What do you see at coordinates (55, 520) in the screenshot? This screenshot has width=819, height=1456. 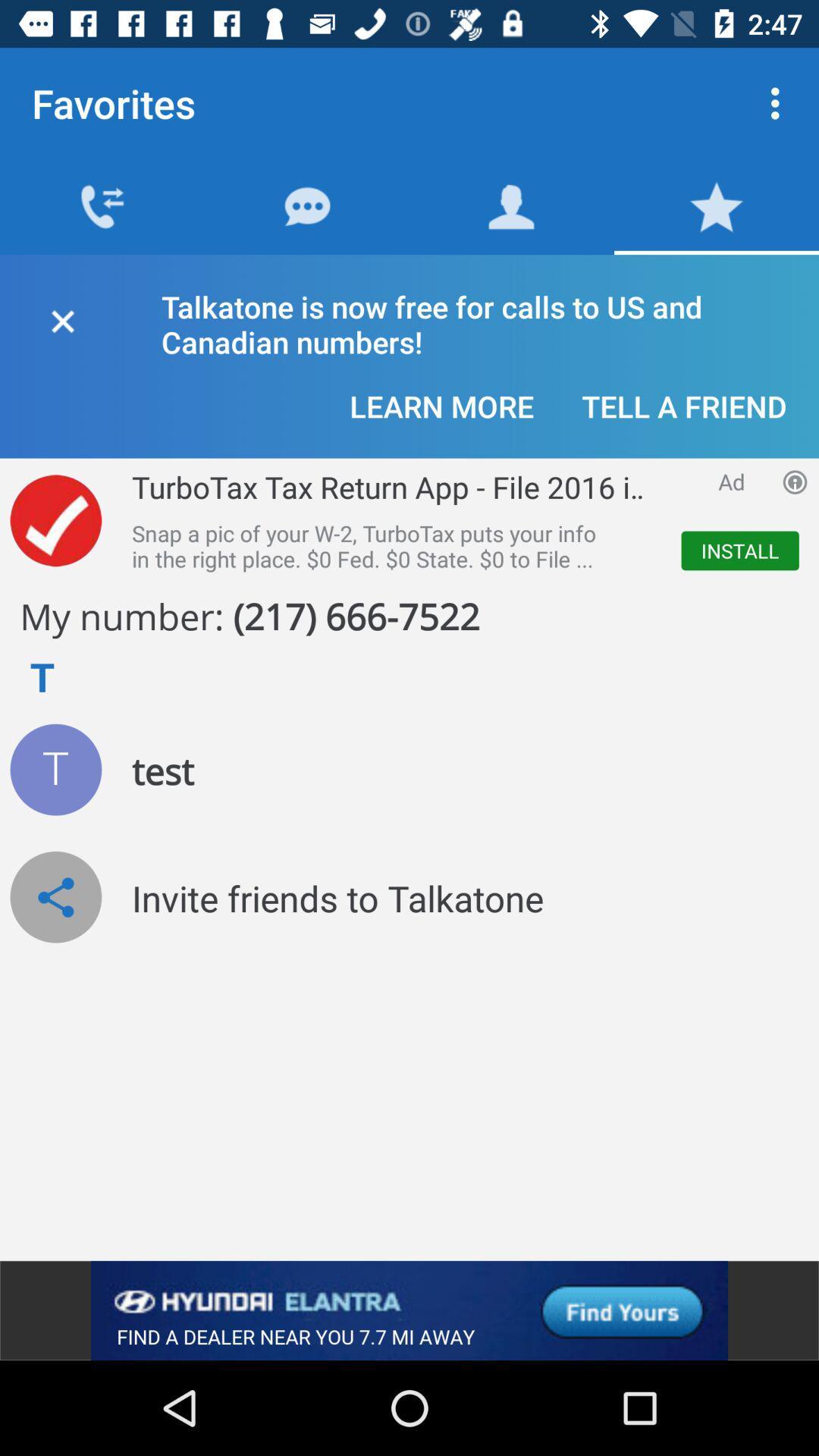 I see `advertisement` at bounding box center [55, 520].